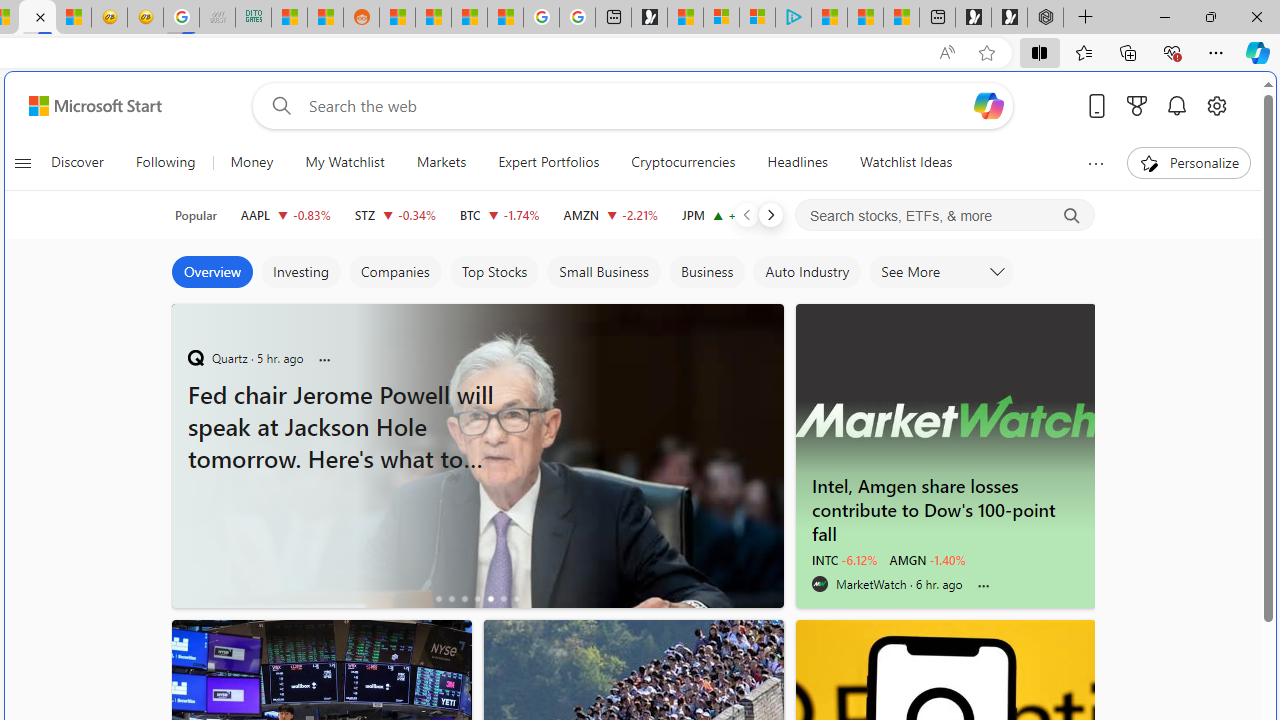 The image size is (1280, 720). What do you see at coordinates (397, 17) in the screenshot?
I see `'R******* | Trusted Community Engagement and Contributions'` at bounding box center [397, 17].